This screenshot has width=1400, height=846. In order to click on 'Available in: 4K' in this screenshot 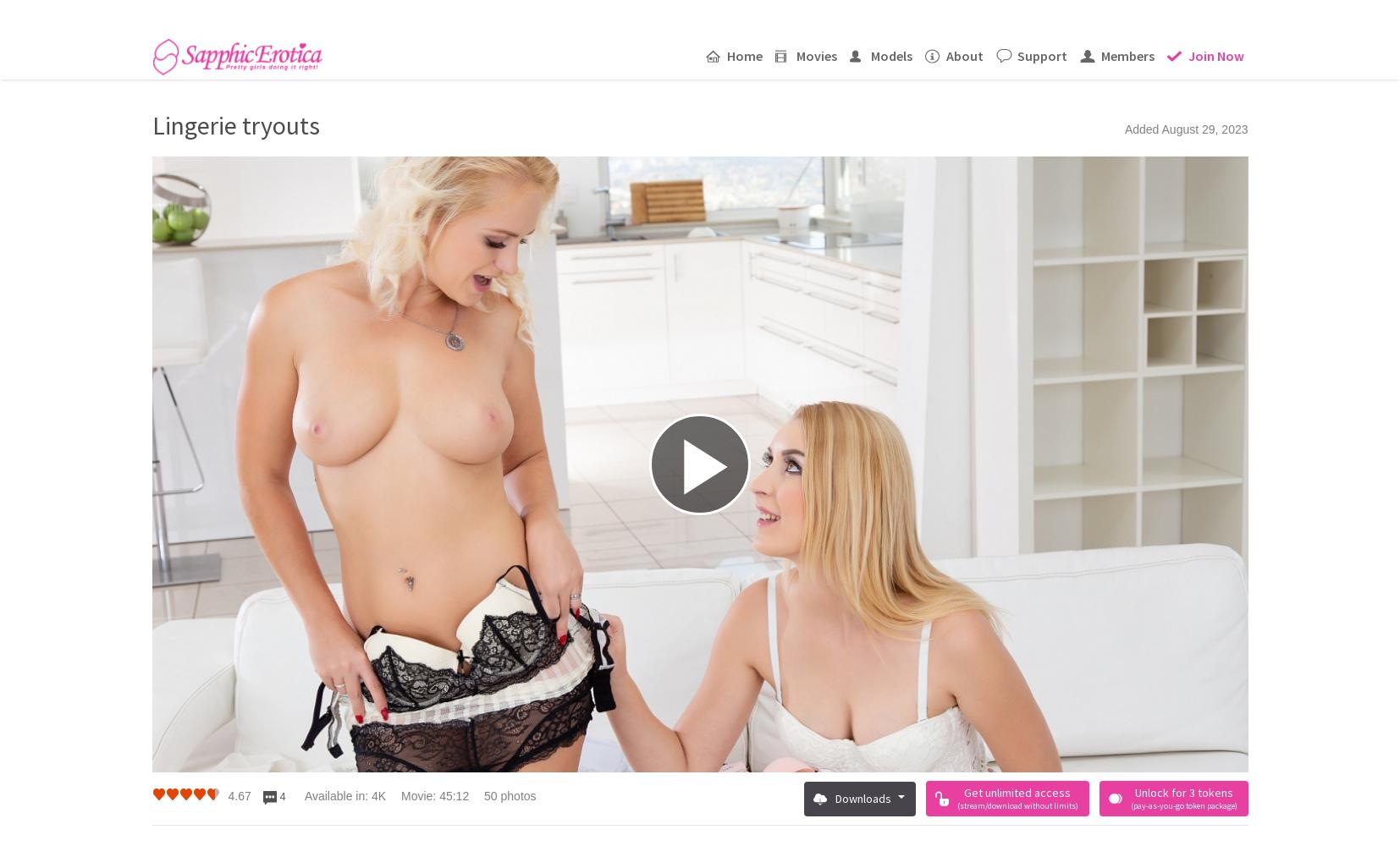, I will do `click(344, 795)`.